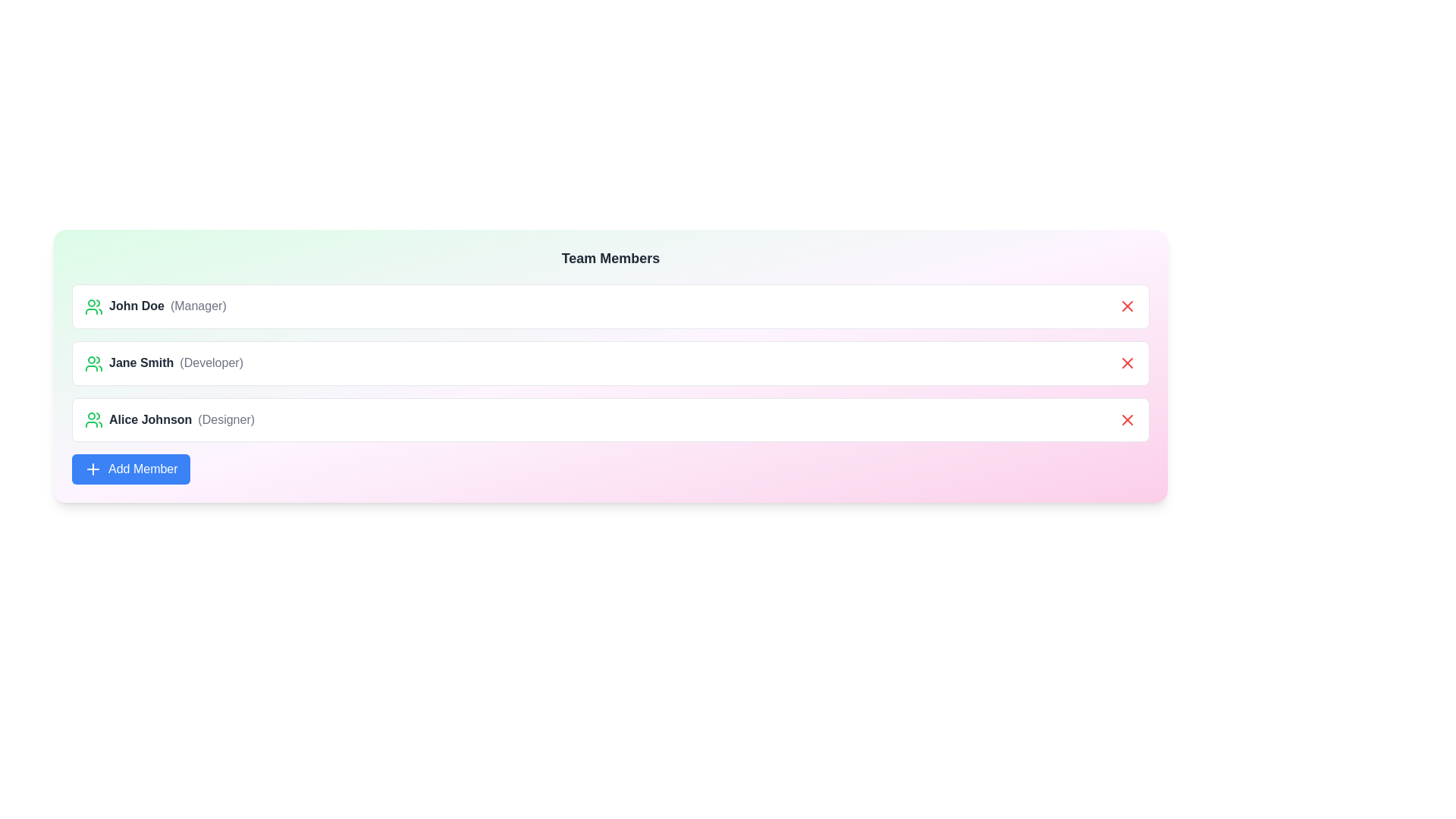  Describe the element at coordinates (1128, 363) in the screenshot. I see `the delete button for the member Jane Smith` at that location.